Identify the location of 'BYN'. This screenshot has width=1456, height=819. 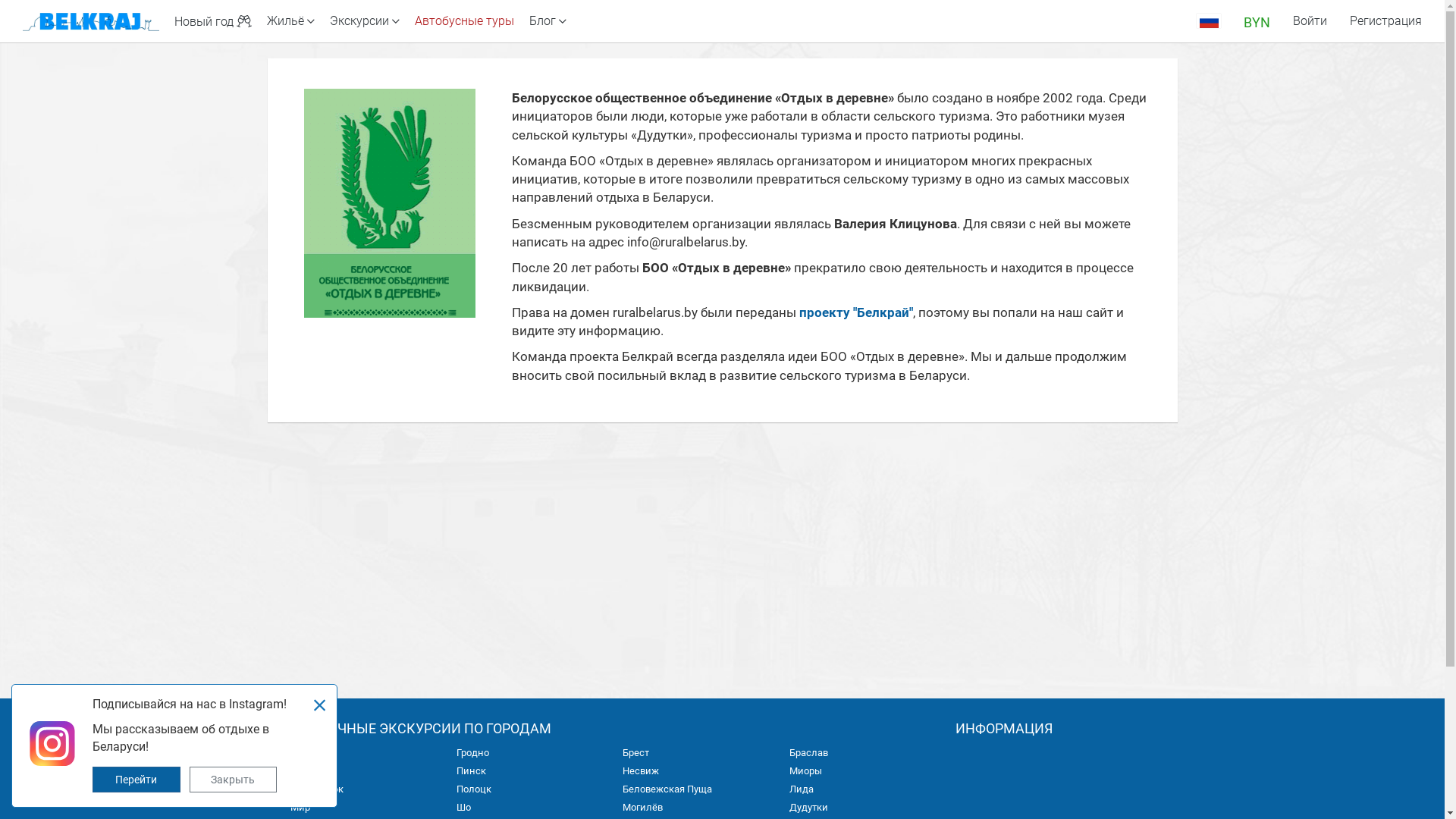
(1257, 20).